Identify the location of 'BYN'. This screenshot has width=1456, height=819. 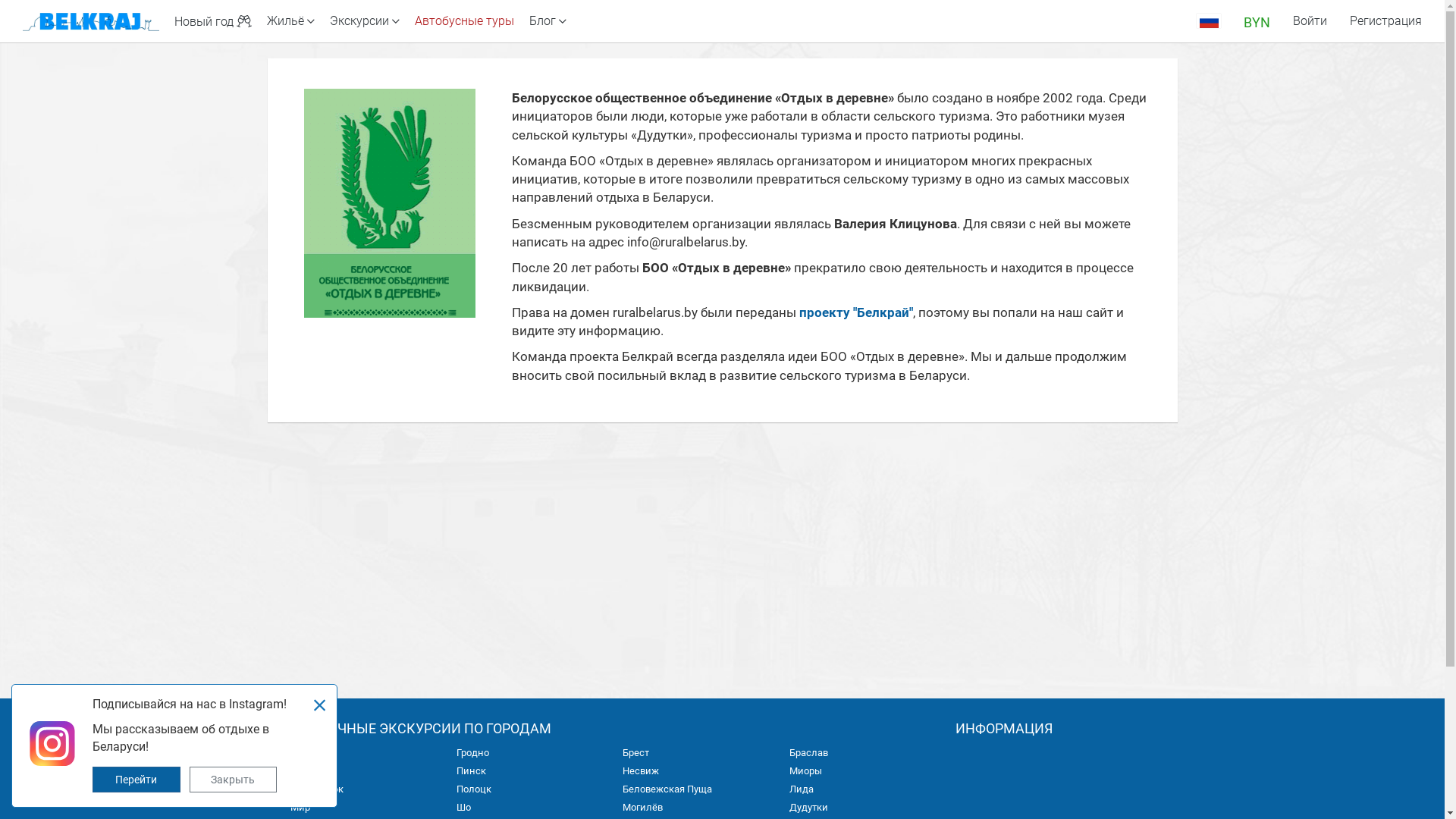
(1257, 20).